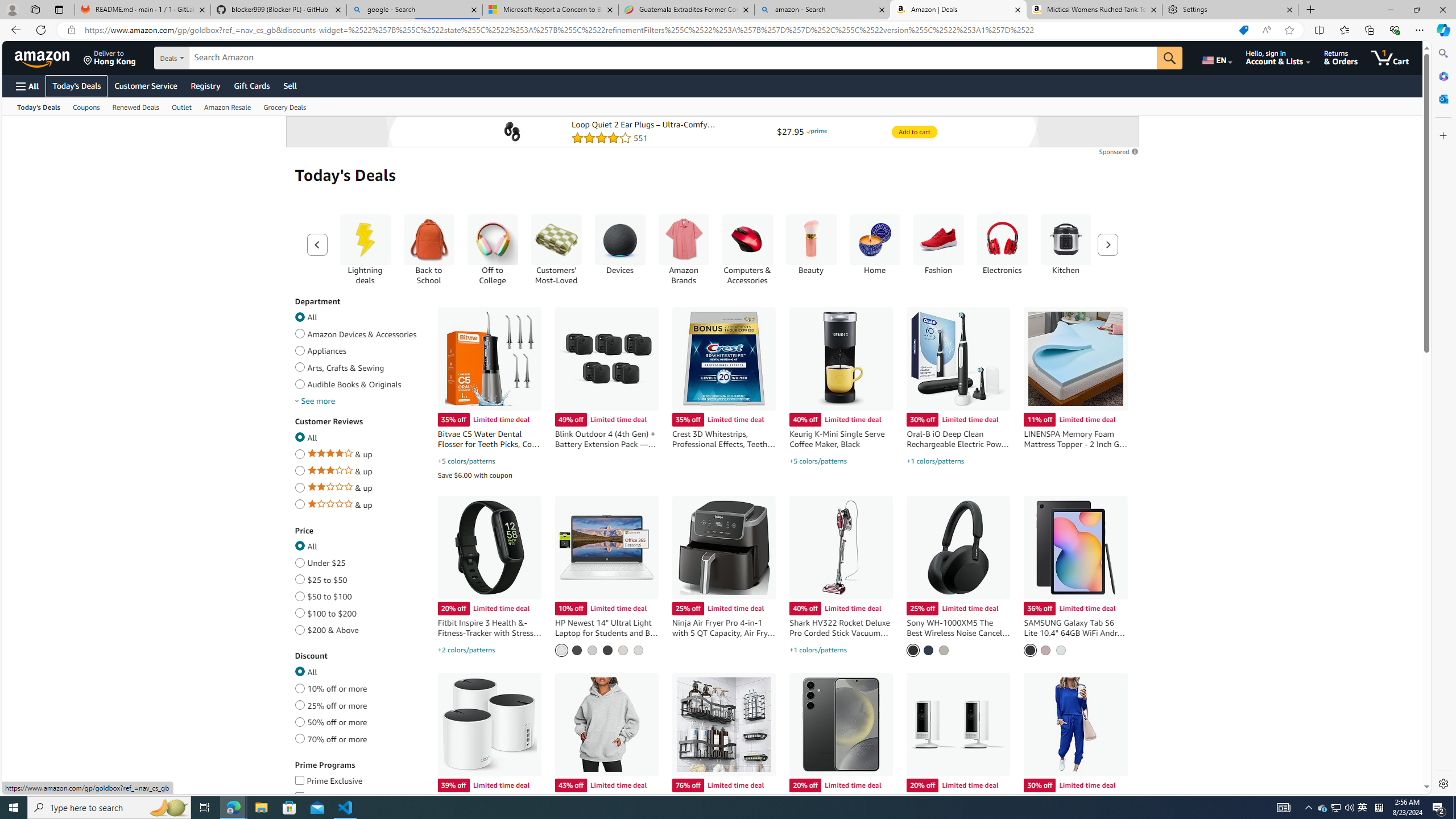 This screenshot has height=819, width=1456. Describe the element at coordinates (251, 85) in the screenshot. I see `'Gift Cards'` at that location.